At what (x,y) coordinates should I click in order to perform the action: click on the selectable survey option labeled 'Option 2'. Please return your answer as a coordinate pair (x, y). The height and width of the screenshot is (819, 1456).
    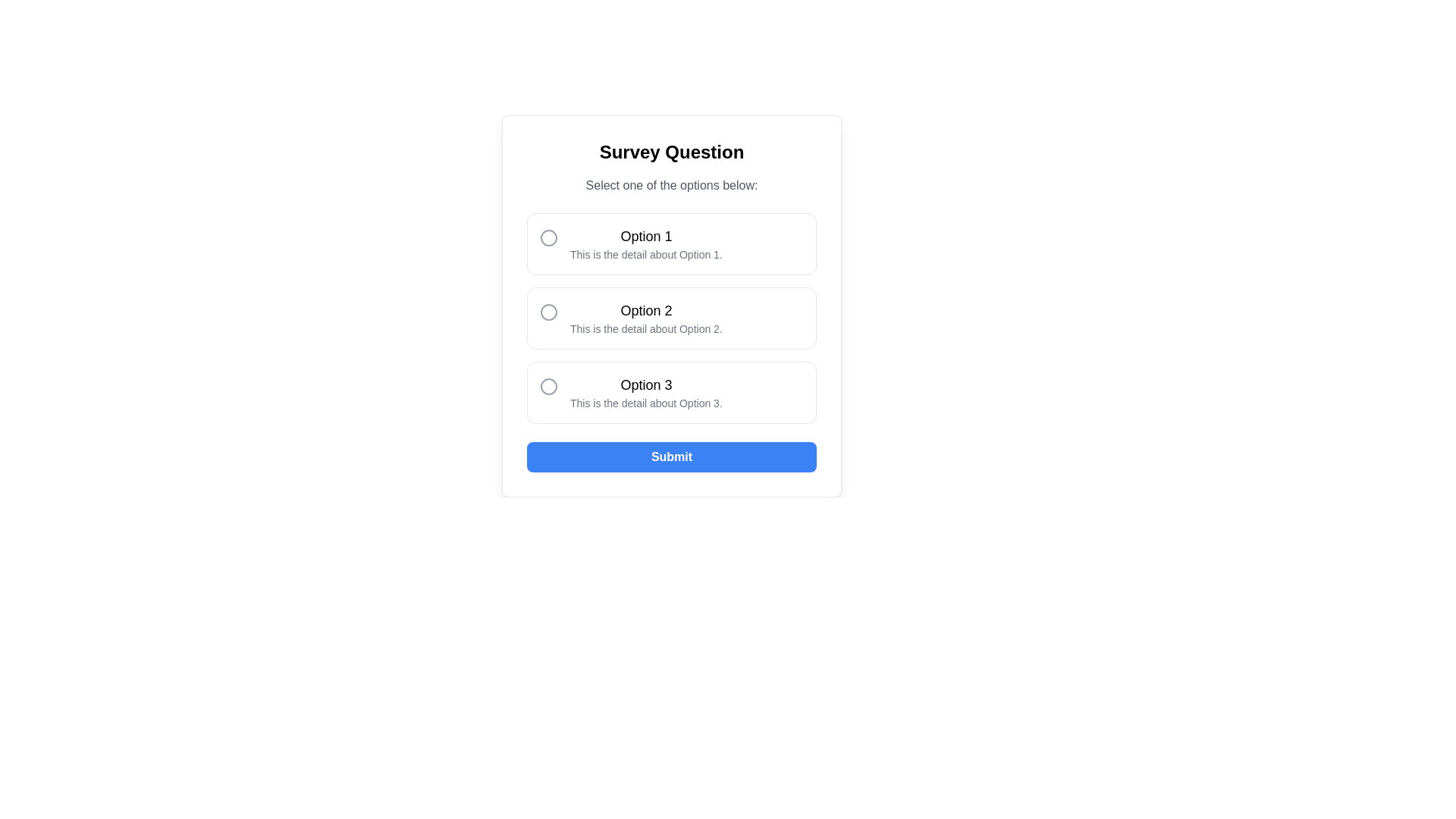
    Looking at the image, I should click on (671, 318).